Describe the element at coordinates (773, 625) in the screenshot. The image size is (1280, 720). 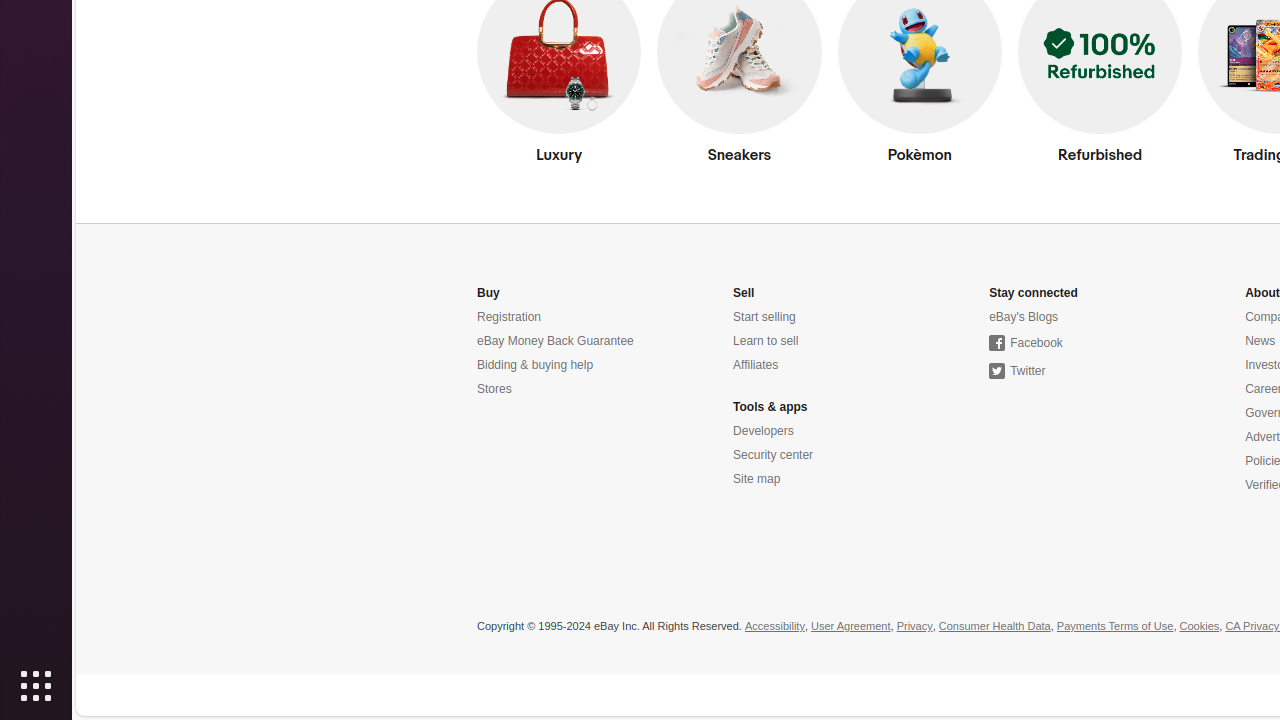
I see `'Accessibility'` at that location.